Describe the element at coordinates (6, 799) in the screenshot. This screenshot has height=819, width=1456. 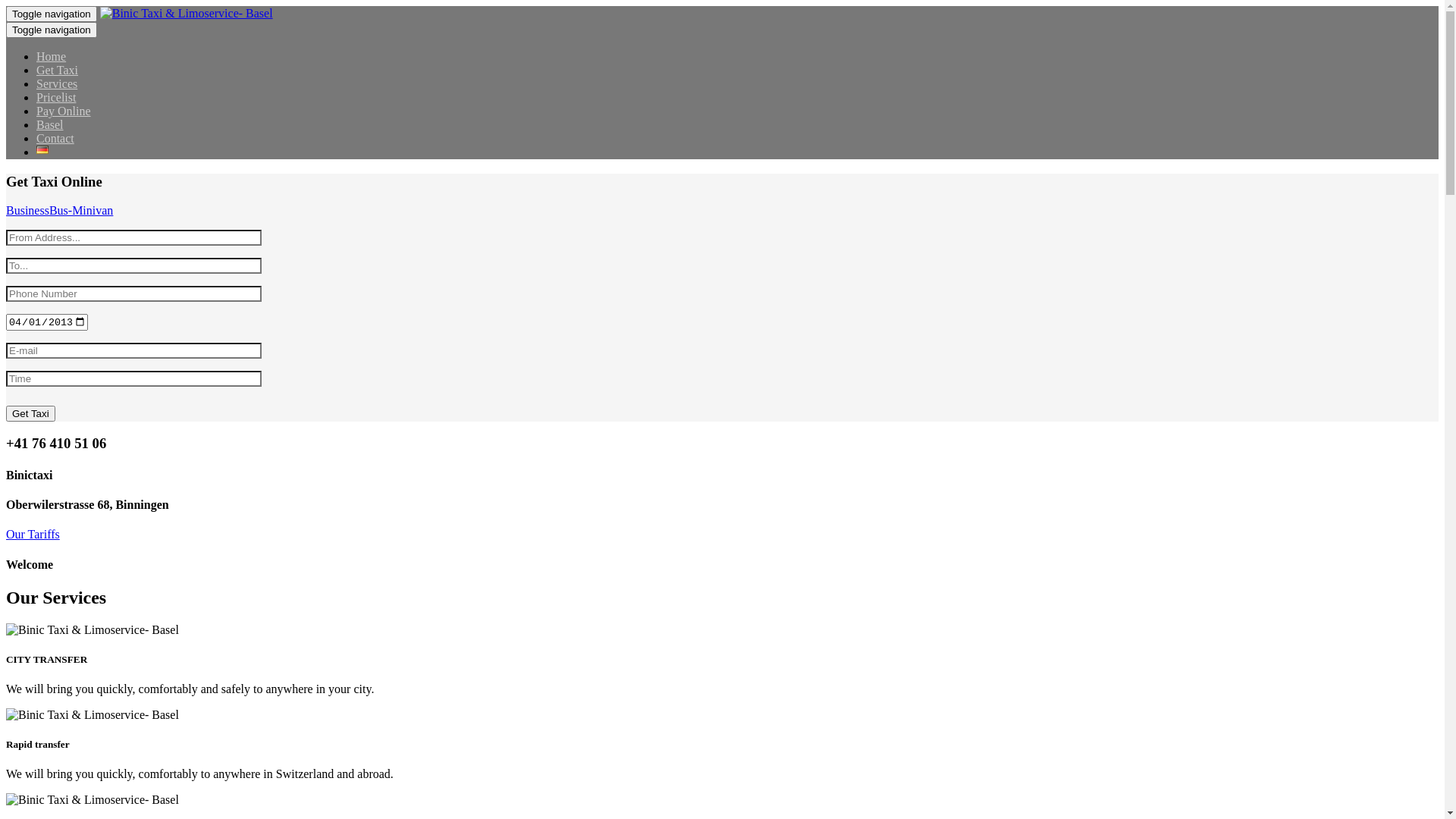
I see `'Binic Taxi & Limoservice- Basel'` at that location.